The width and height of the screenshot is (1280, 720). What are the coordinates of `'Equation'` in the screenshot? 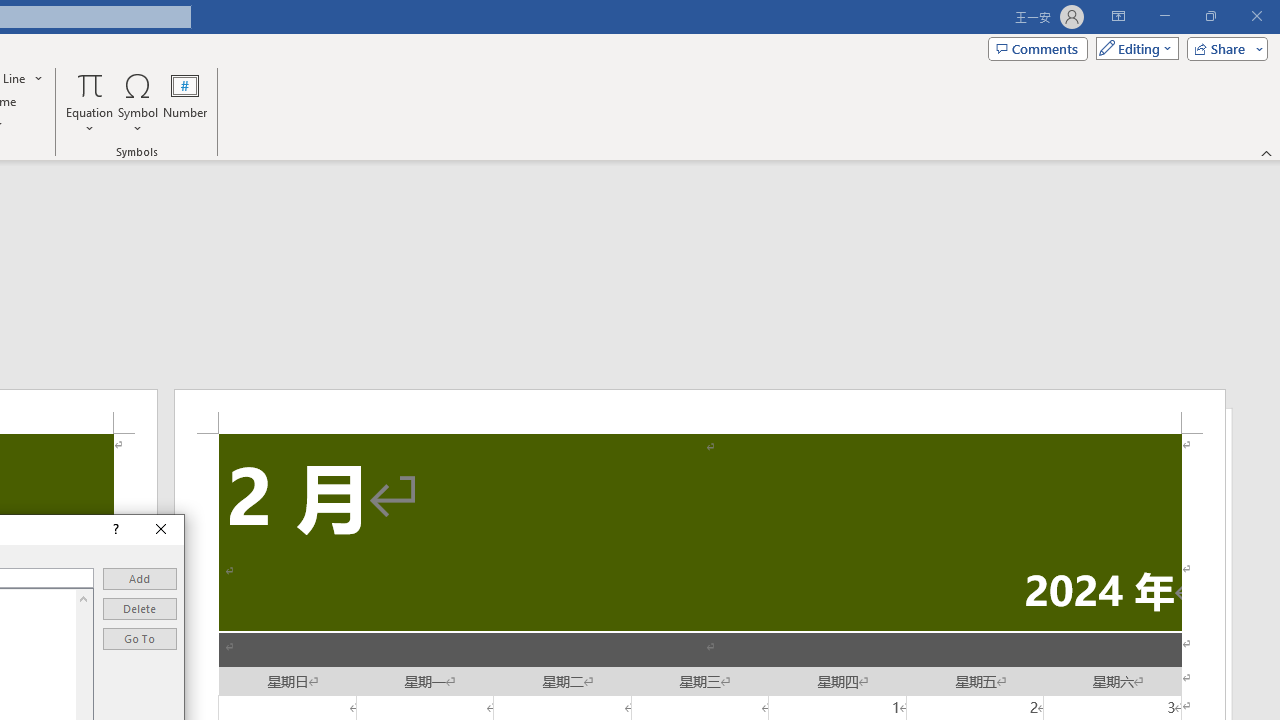 It's located at (89, 103).